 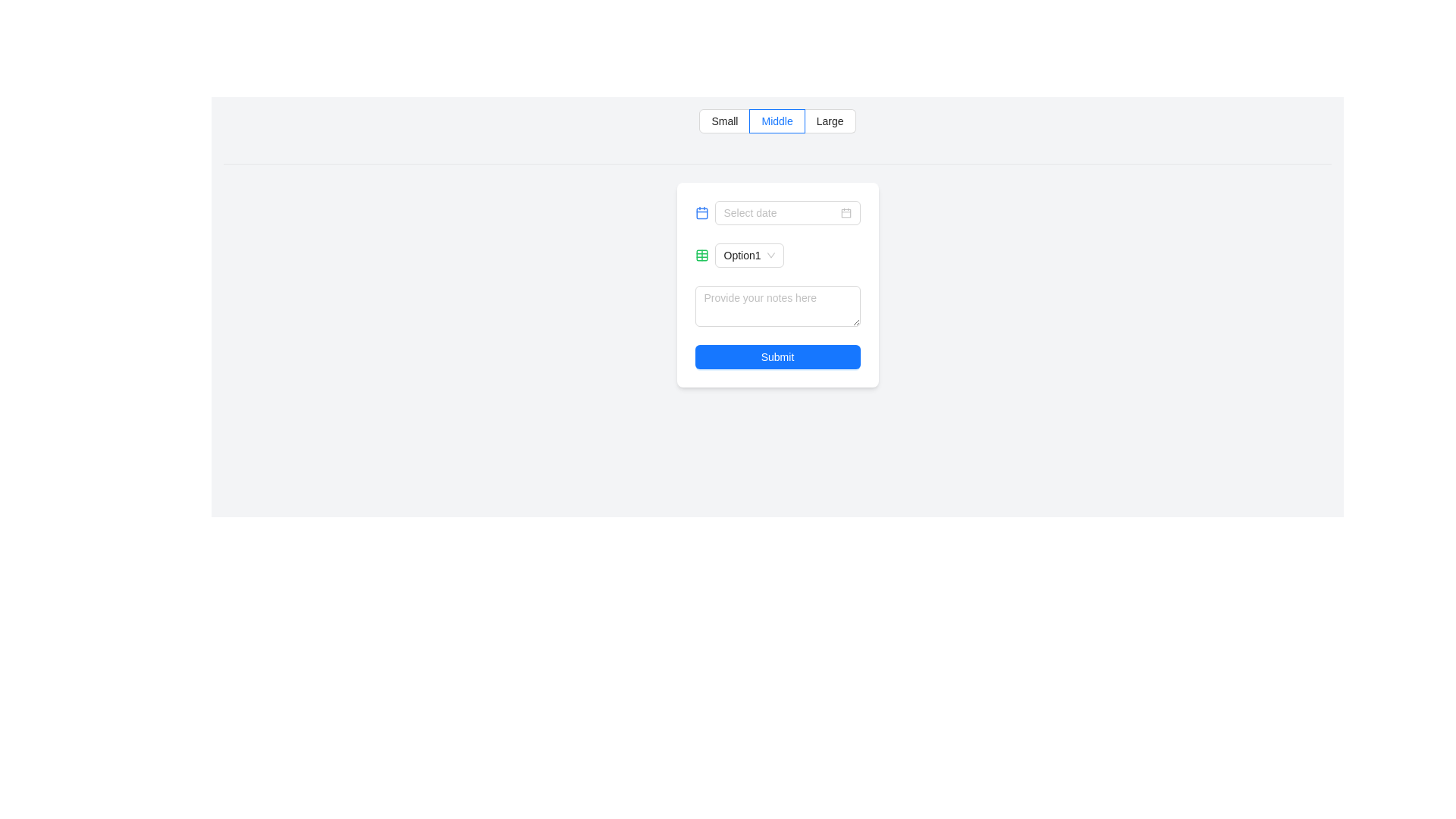 What do you see at coordinates (701, 254) in the screenshot?
I see `the icon adjacent to the 'Option1' dropdown within the compact card in the middle of the page` at bounding box center [701, 254].